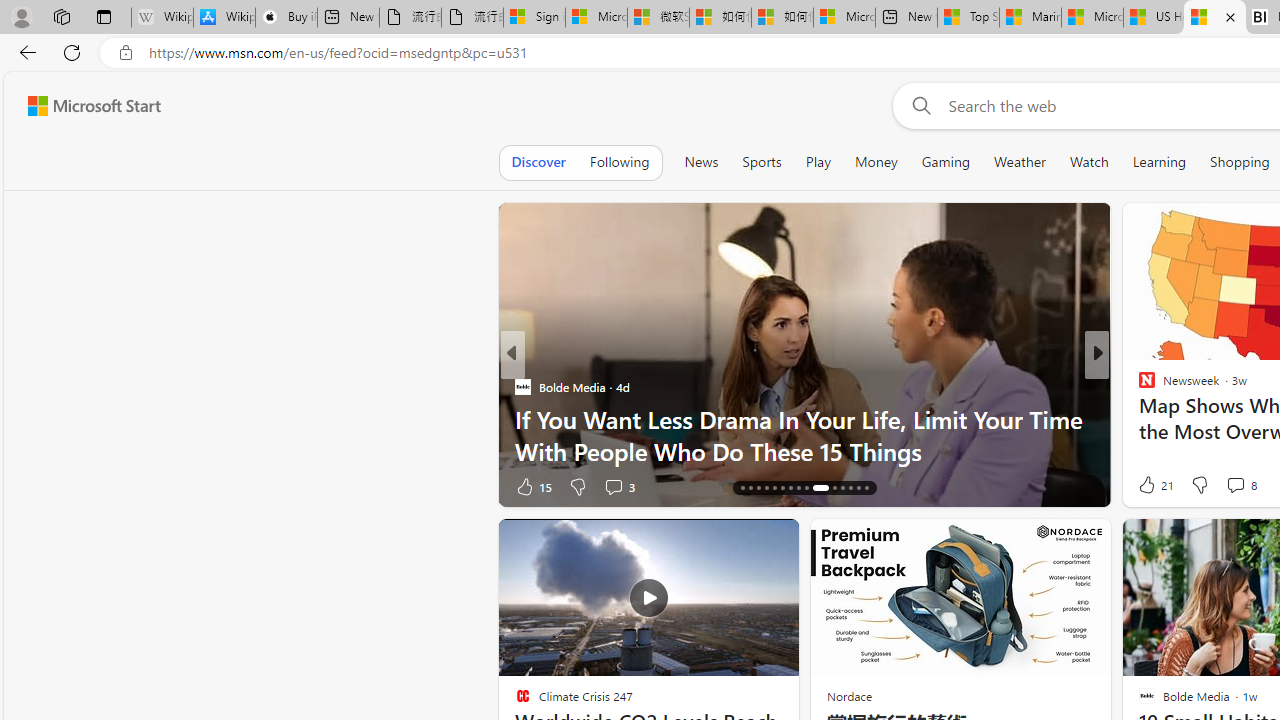  I want to click on 'AutomationID: tab-16', so click(742, 488).